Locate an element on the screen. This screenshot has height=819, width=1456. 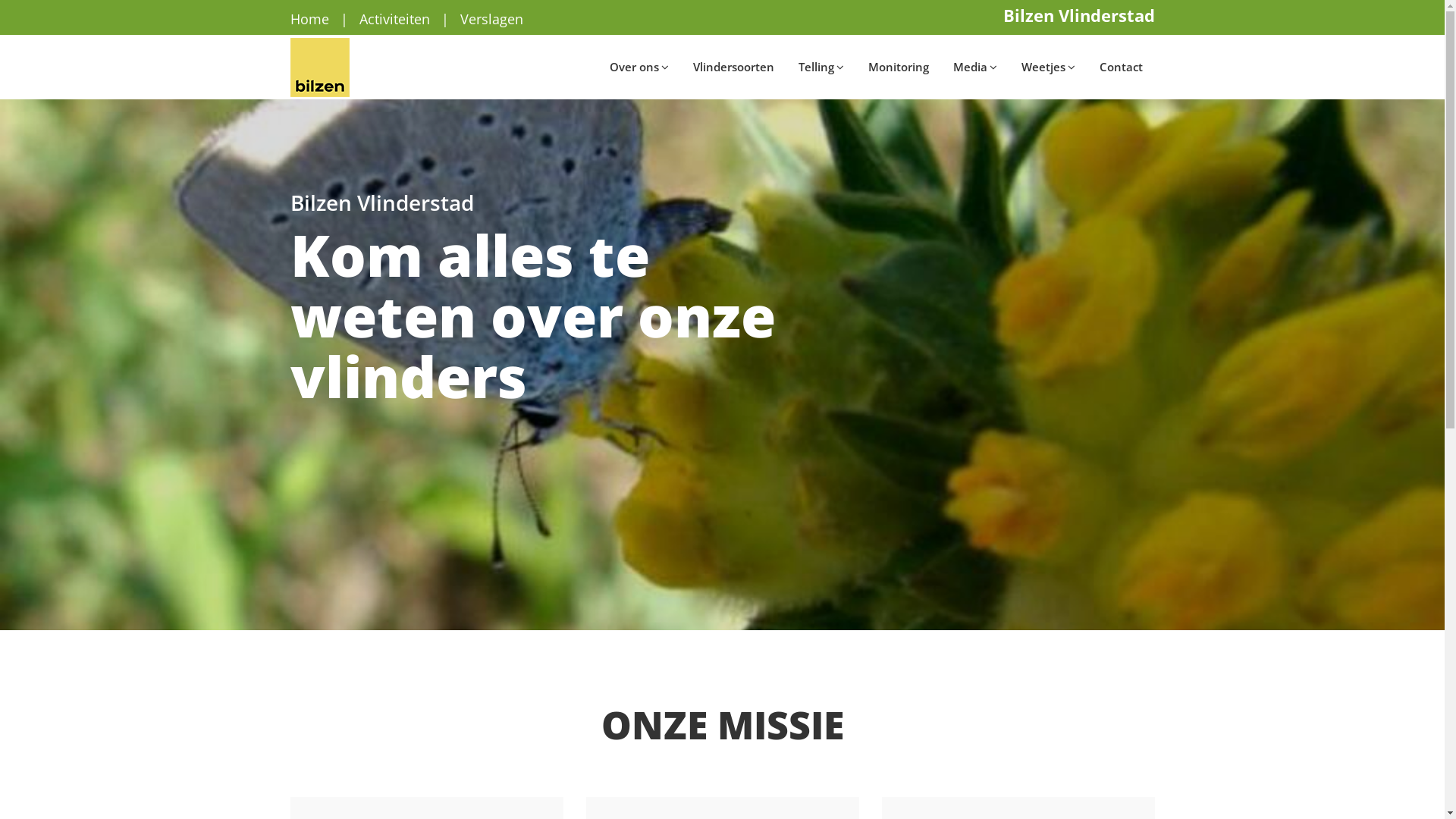
'Verslagen' is located at coordinates (458, 18).